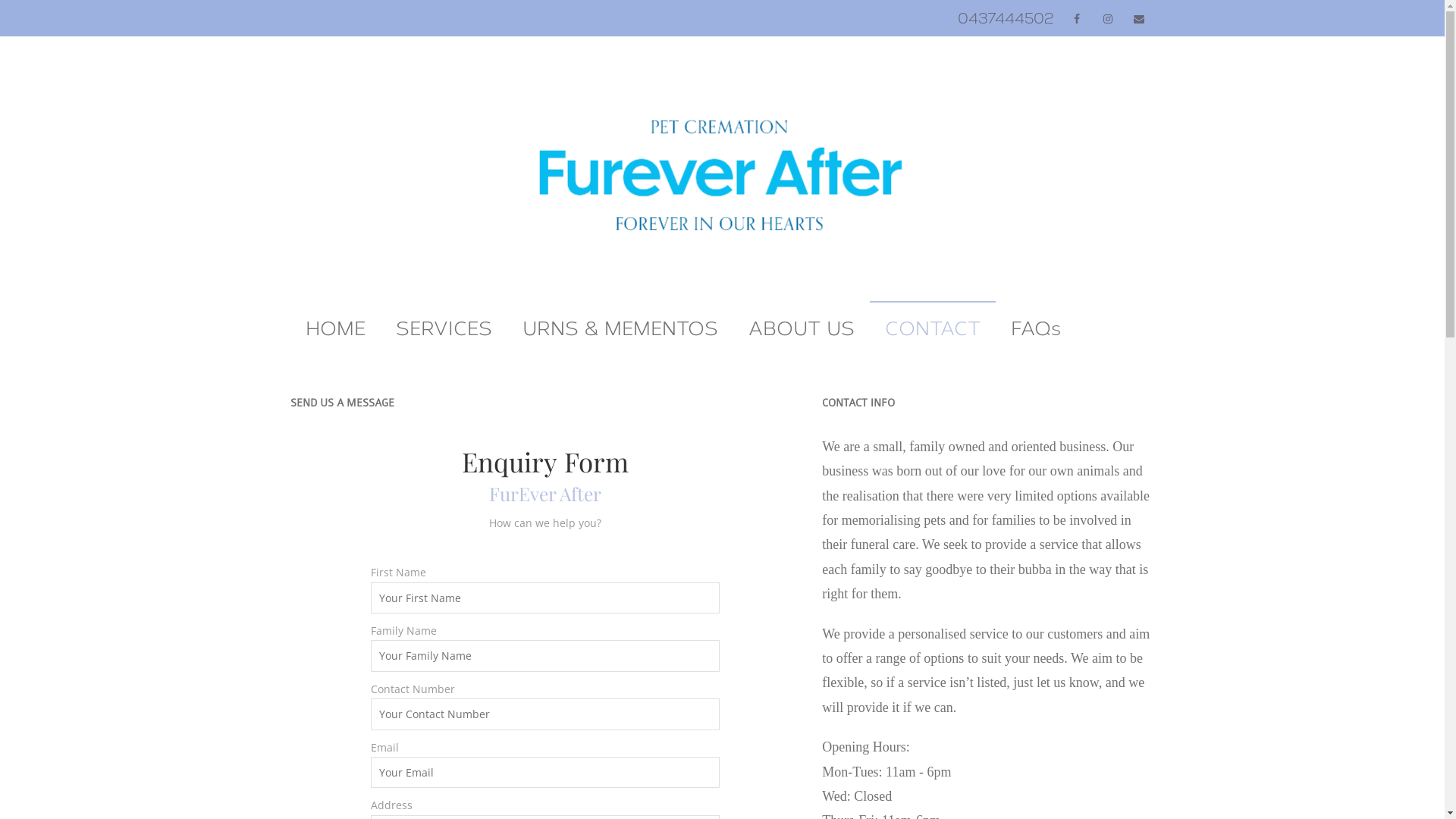 The height and width of the screenshot is (819, 1456). I want to click on 'ABOUT US', so click(800, 328).